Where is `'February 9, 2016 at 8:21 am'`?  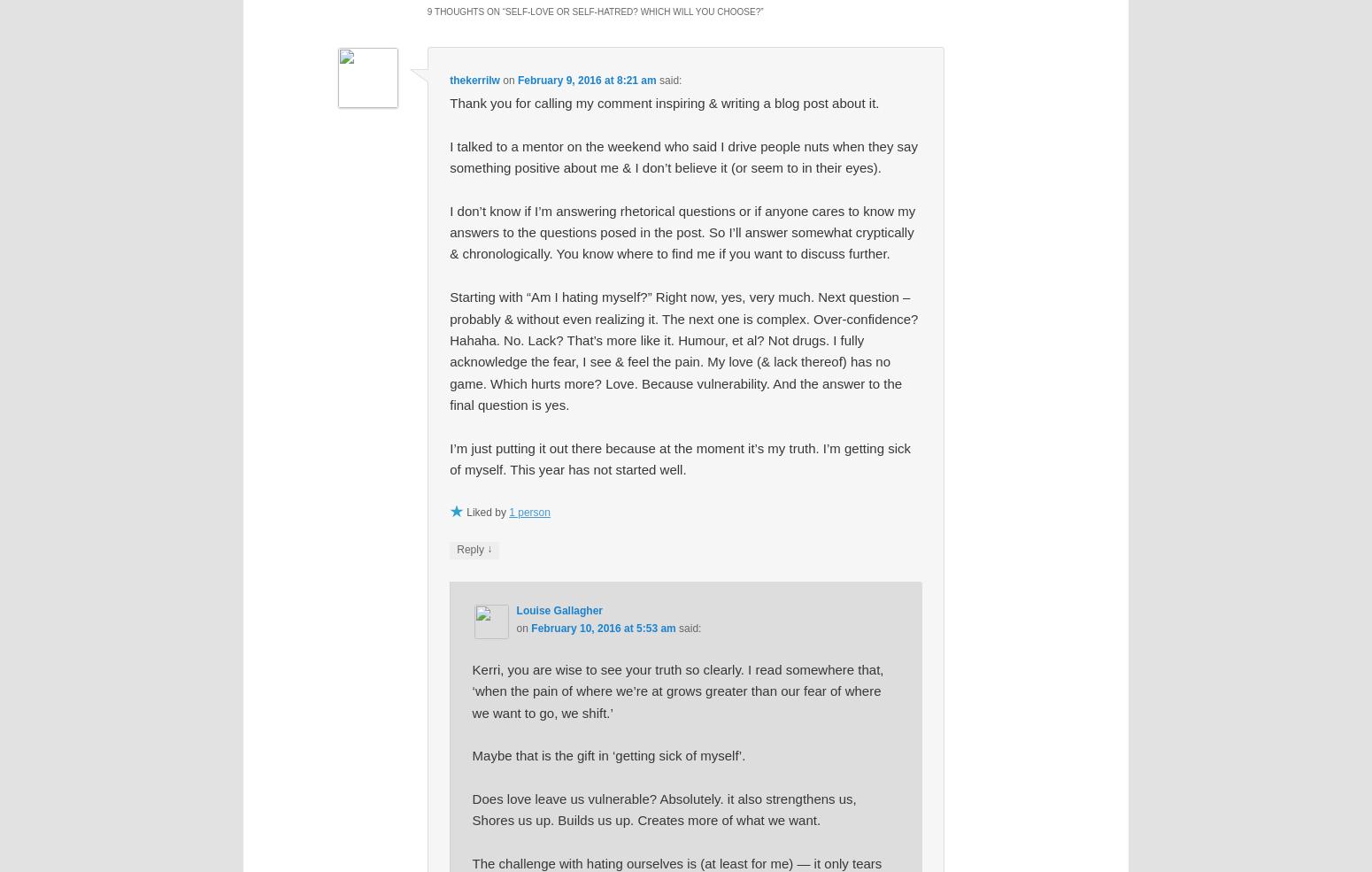
'February 9, 2016 at 8:21 am' is located at coordinates (517, 80).